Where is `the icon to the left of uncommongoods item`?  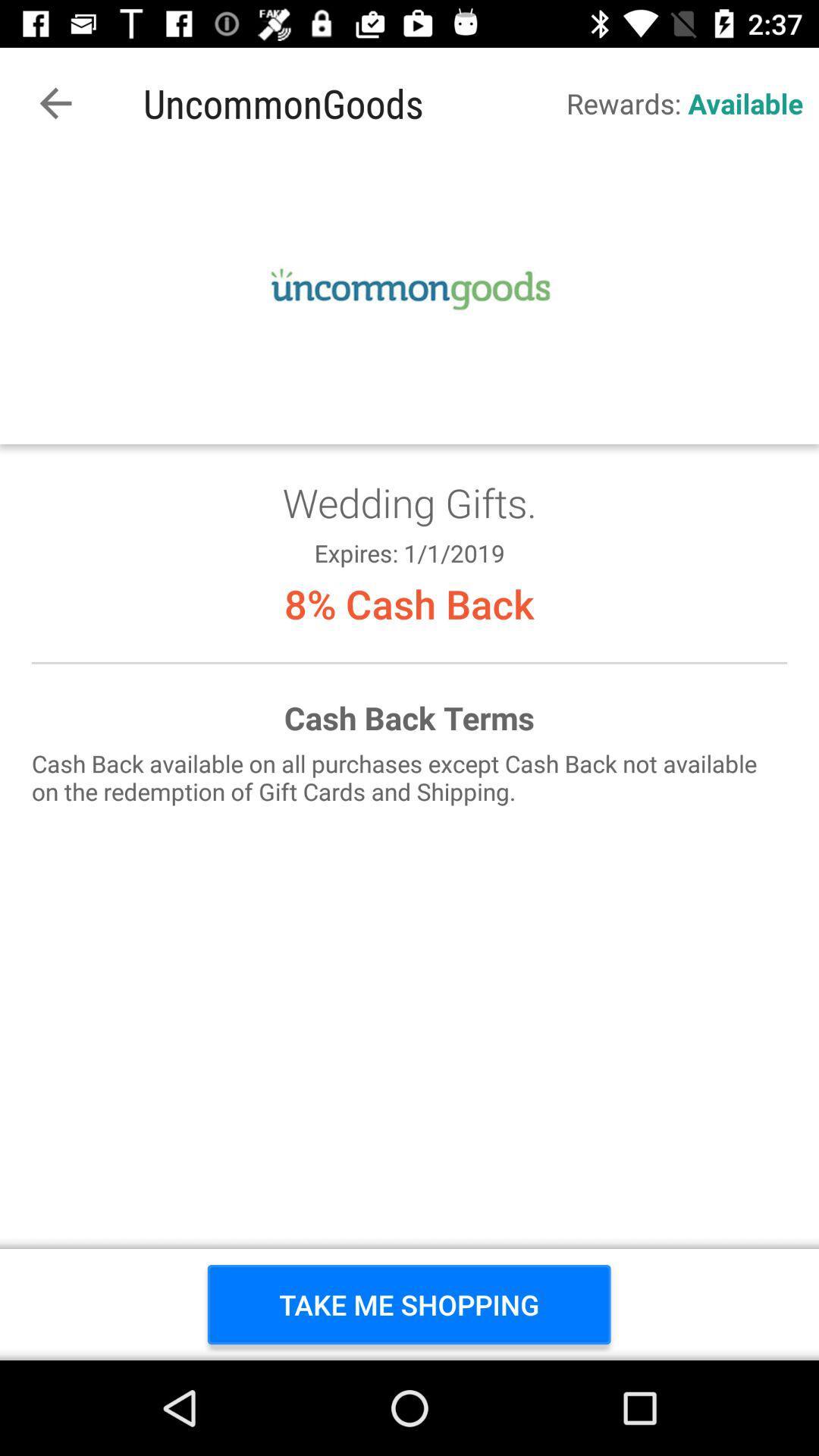
the icon to the left of uncommongoods item is located at coordinates (55, 102).